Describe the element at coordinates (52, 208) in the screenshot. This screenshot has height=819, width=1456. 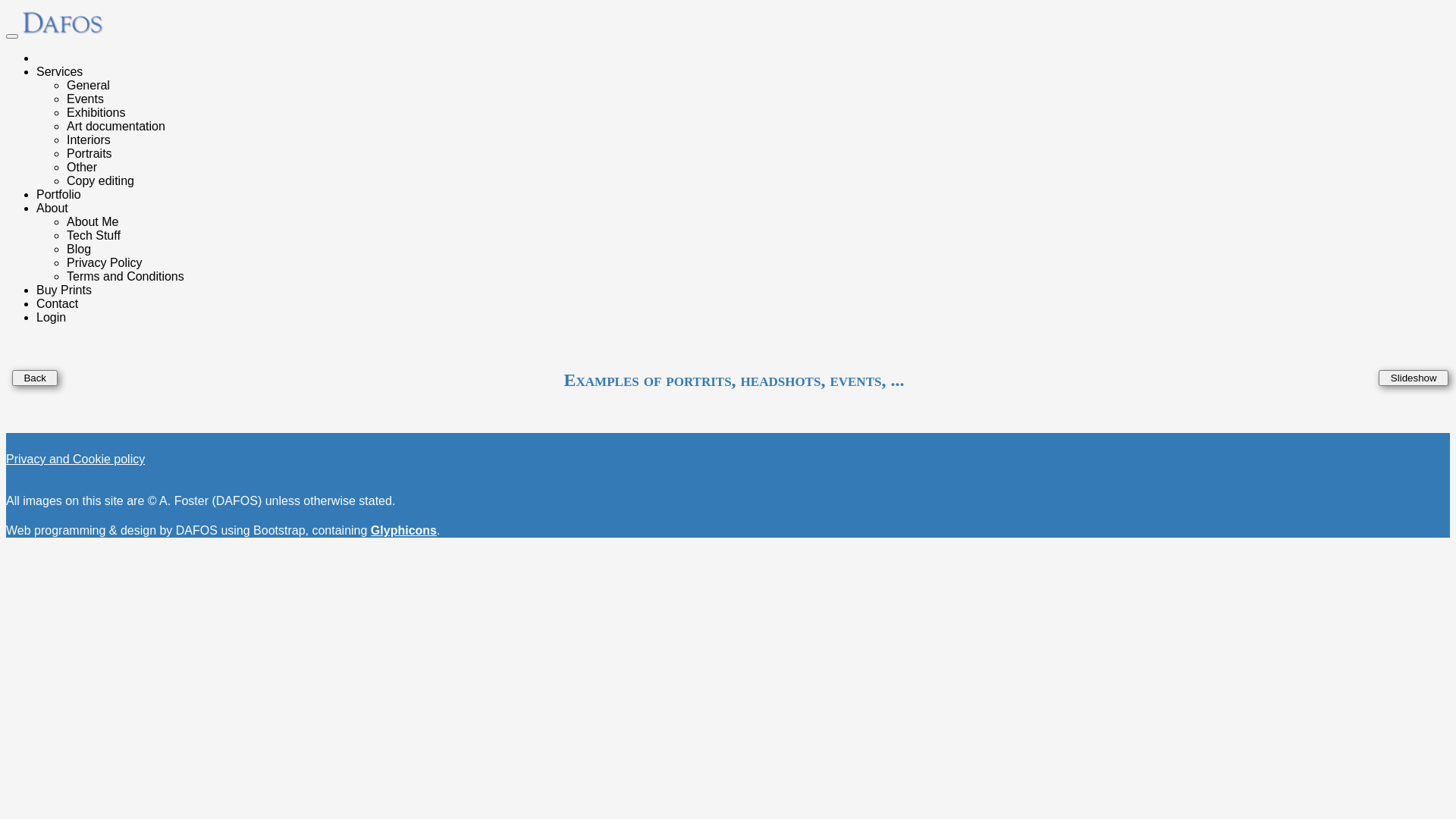
I see `'About'` at that location.